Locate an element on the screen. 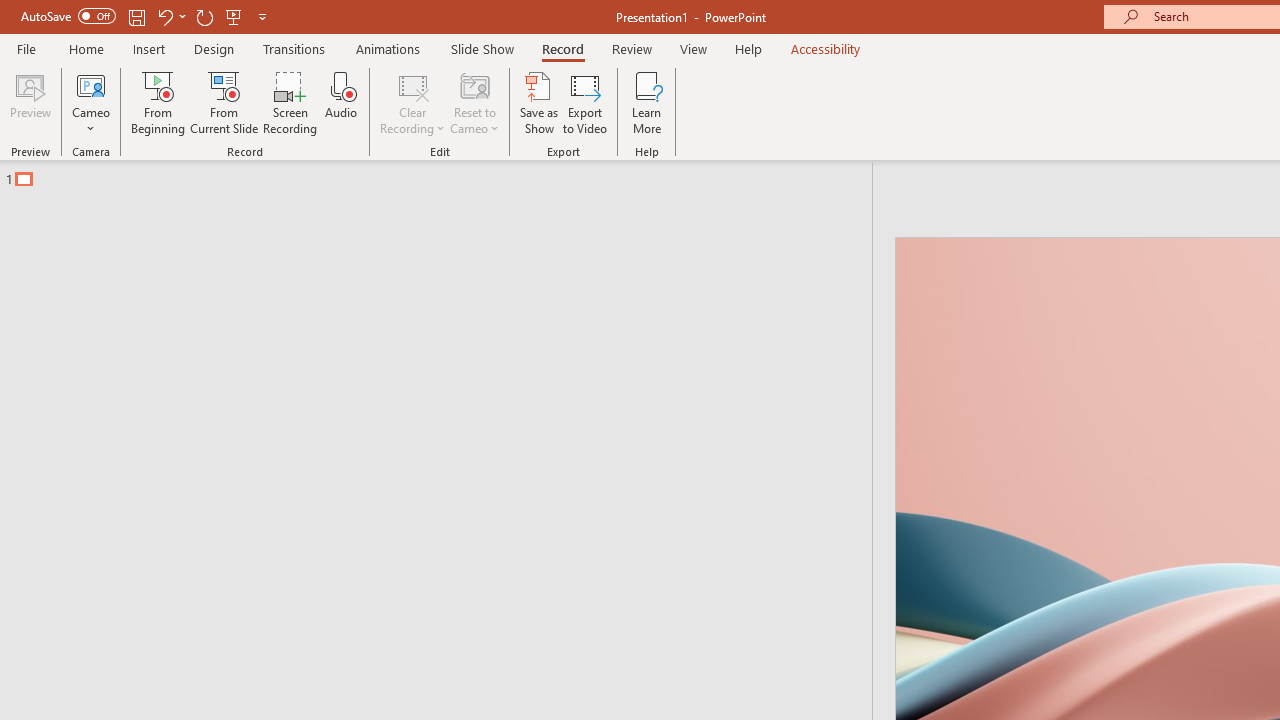  'Outline' is located at coordinates (444, 173).